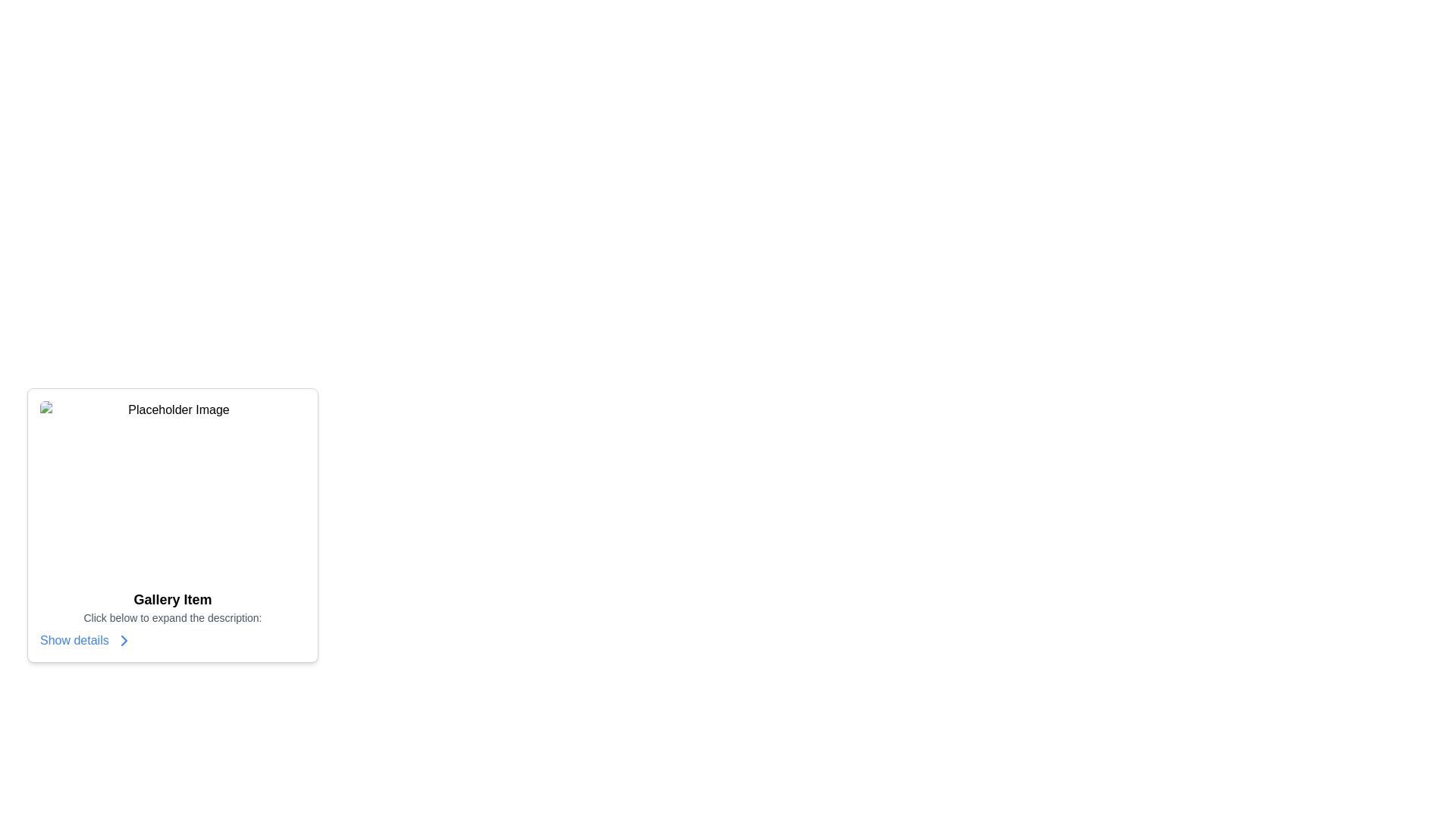 Image resolution: width=1456 pixels, height=819 pixels. I want to click on the text element that reads 'Click below to expand the description:', which is styled in gray and located below the 'Gallery Item' heading, so click(172, 617).